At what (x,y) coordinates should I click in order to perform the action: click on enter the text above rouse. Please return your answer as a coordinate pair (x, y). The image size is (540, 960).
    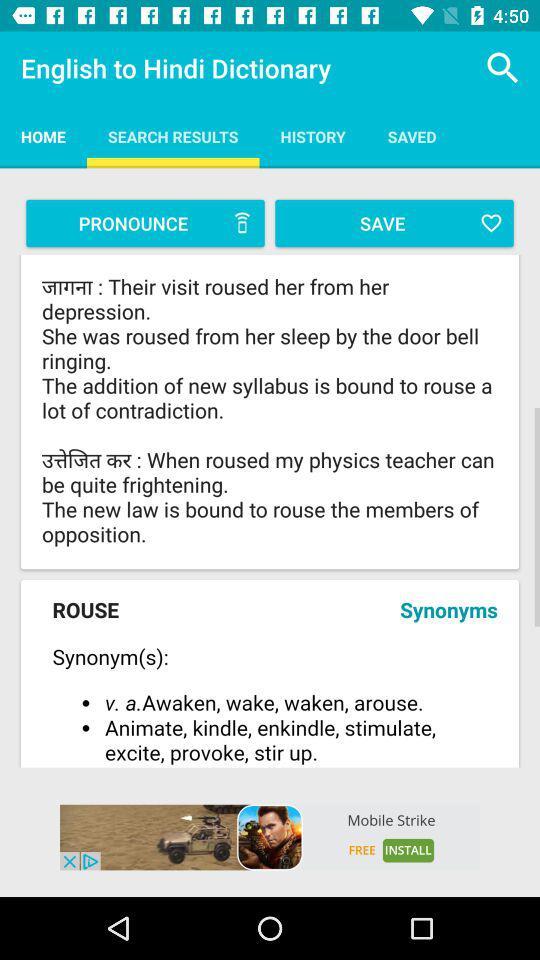
    Looking at the image, I should click on (270, 409).